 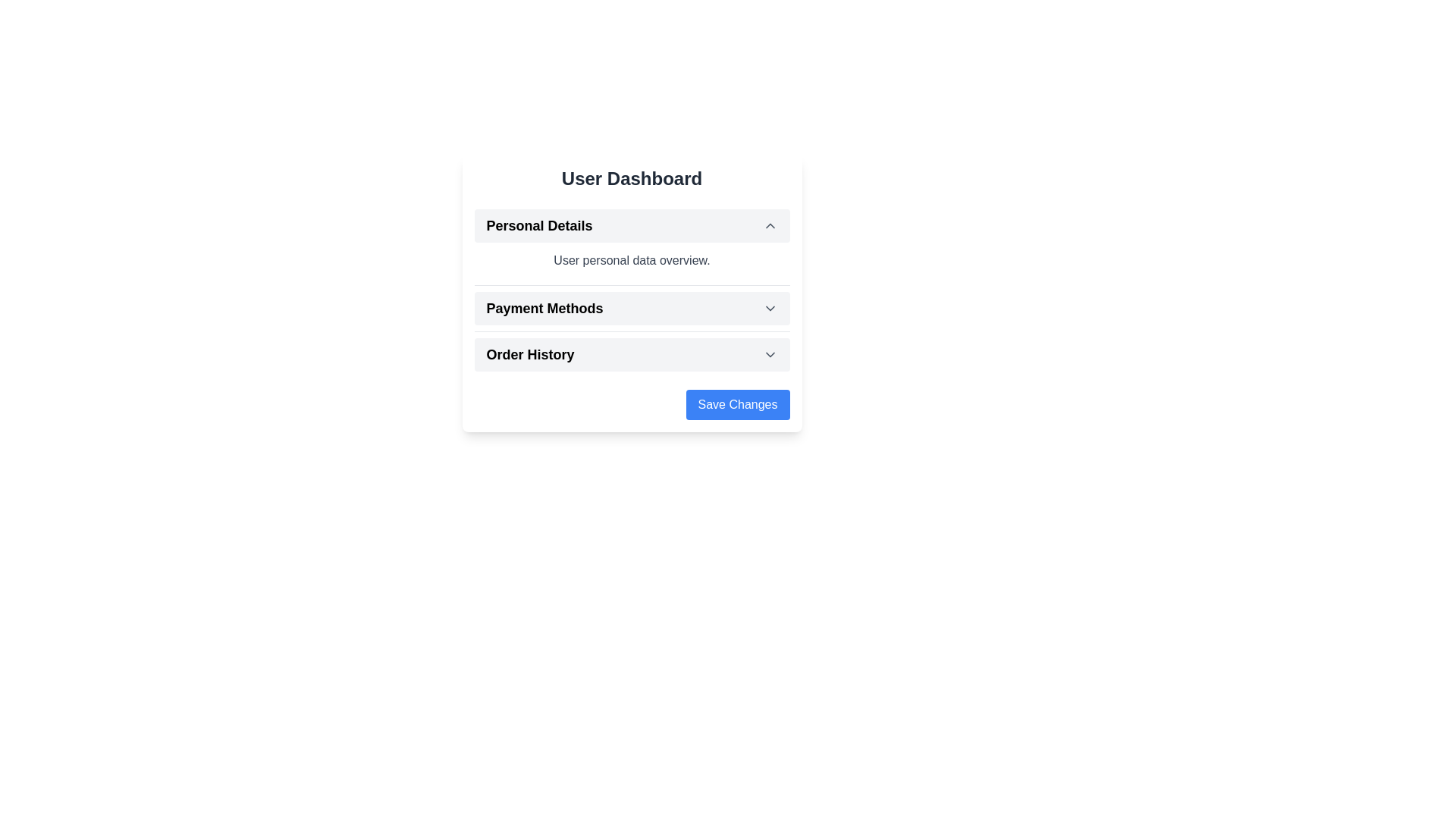 I want to click on the 'Payment Methods' dropdown menu toggle, so click(x=632, y=308).